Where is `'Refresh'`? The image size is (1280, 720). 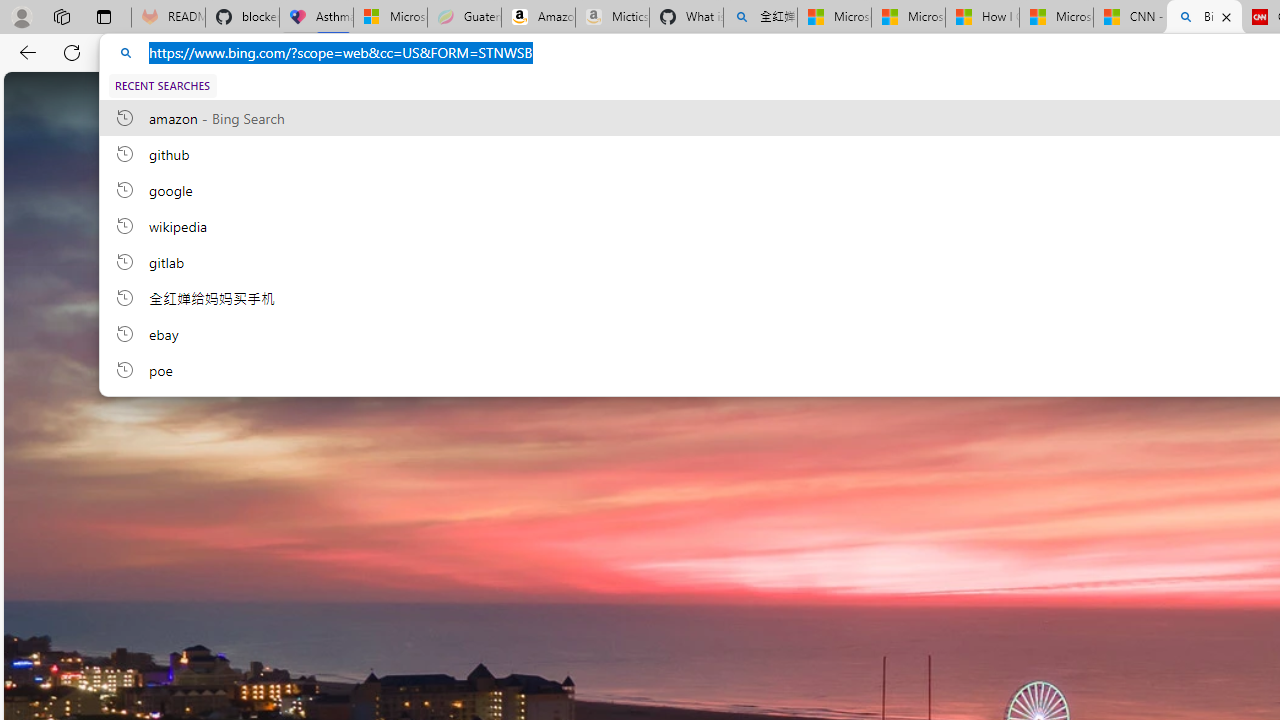
'Refresh' is located at coordinates (72, 51).